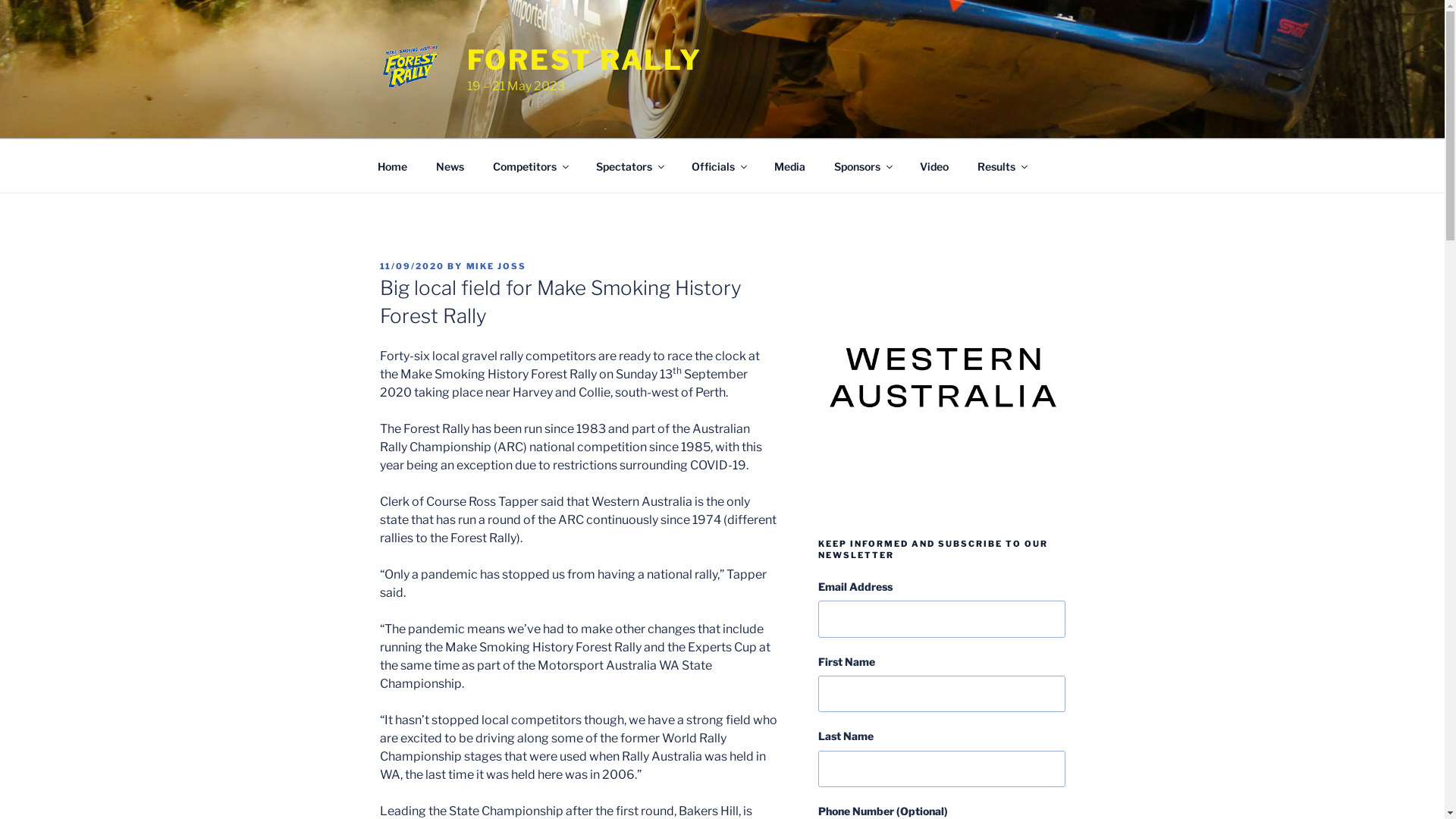 Image resolution: width=1456 pixels, height=819 pixels. I want to click on 'Media', so click(789, 165).